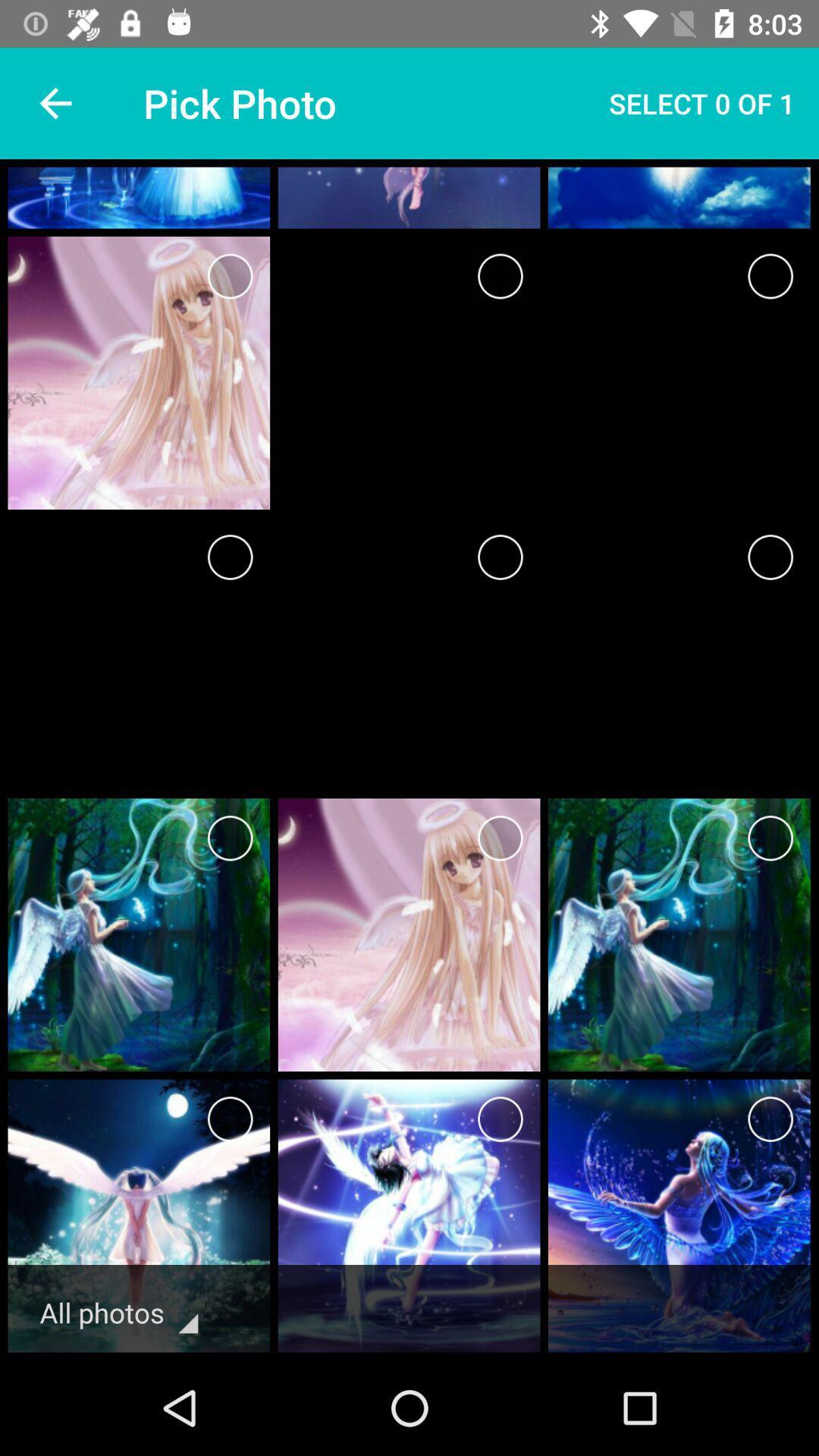 The image size is (819, 1456). Describe the element at coordinates (500, 1119) in the screenshot. I see `include picture` at that location.